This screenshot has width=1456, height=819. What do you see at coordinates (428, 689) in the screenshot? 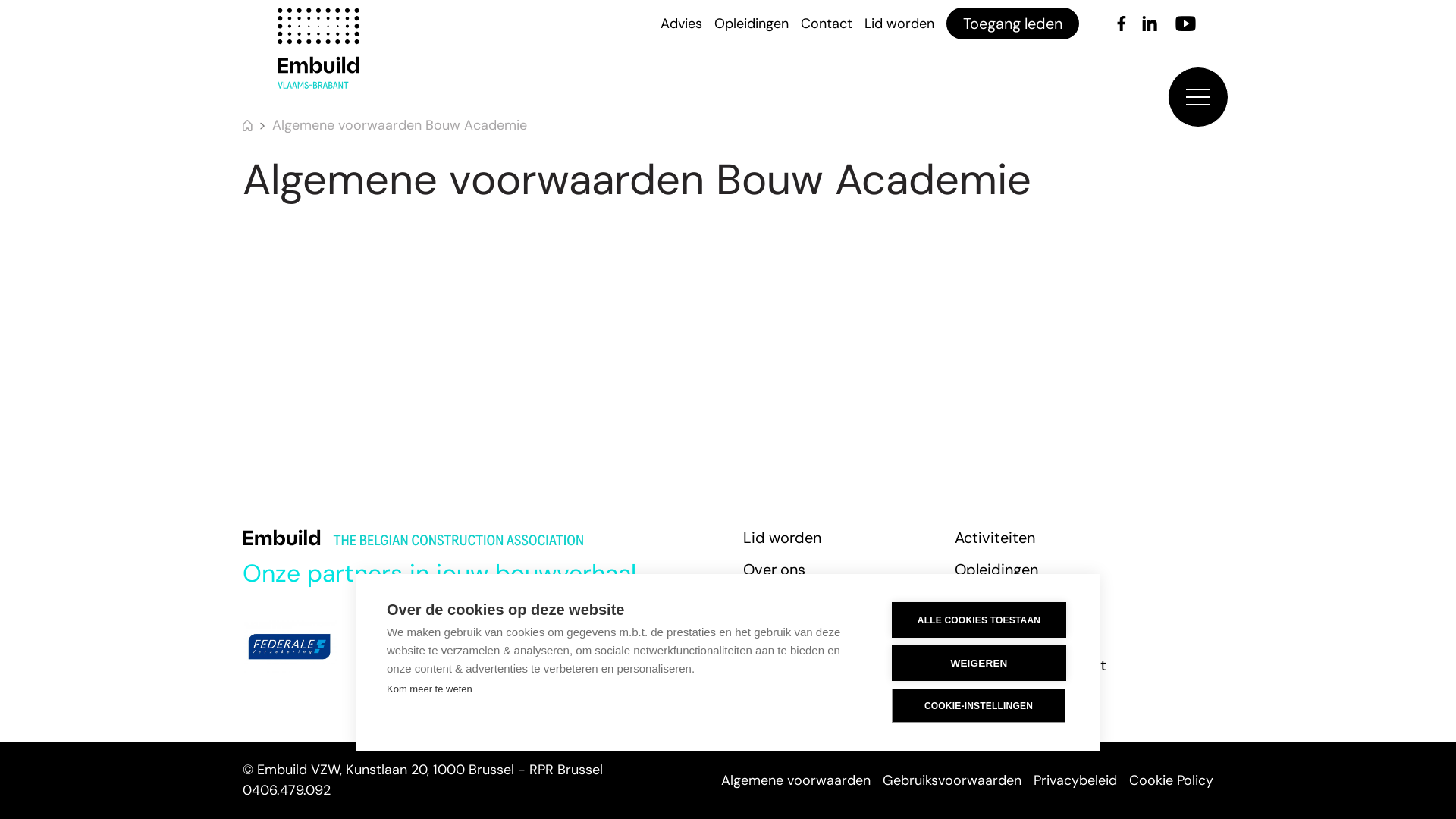
I see `'Kom meer te weten'` at bounding box center [428, 689].